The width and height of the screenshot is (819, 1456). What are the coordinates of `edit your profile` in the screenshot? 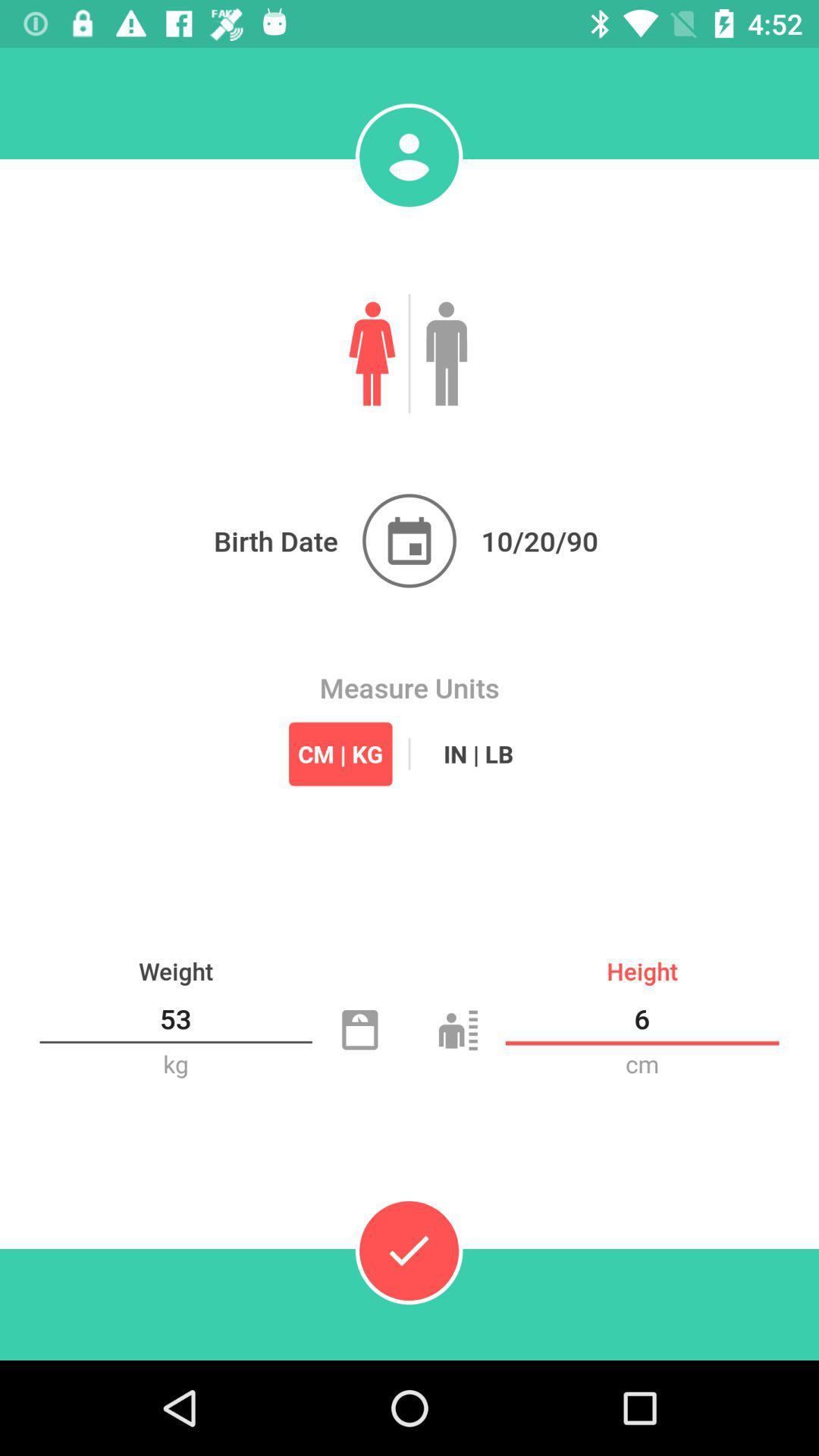 It's located at (408, 157).